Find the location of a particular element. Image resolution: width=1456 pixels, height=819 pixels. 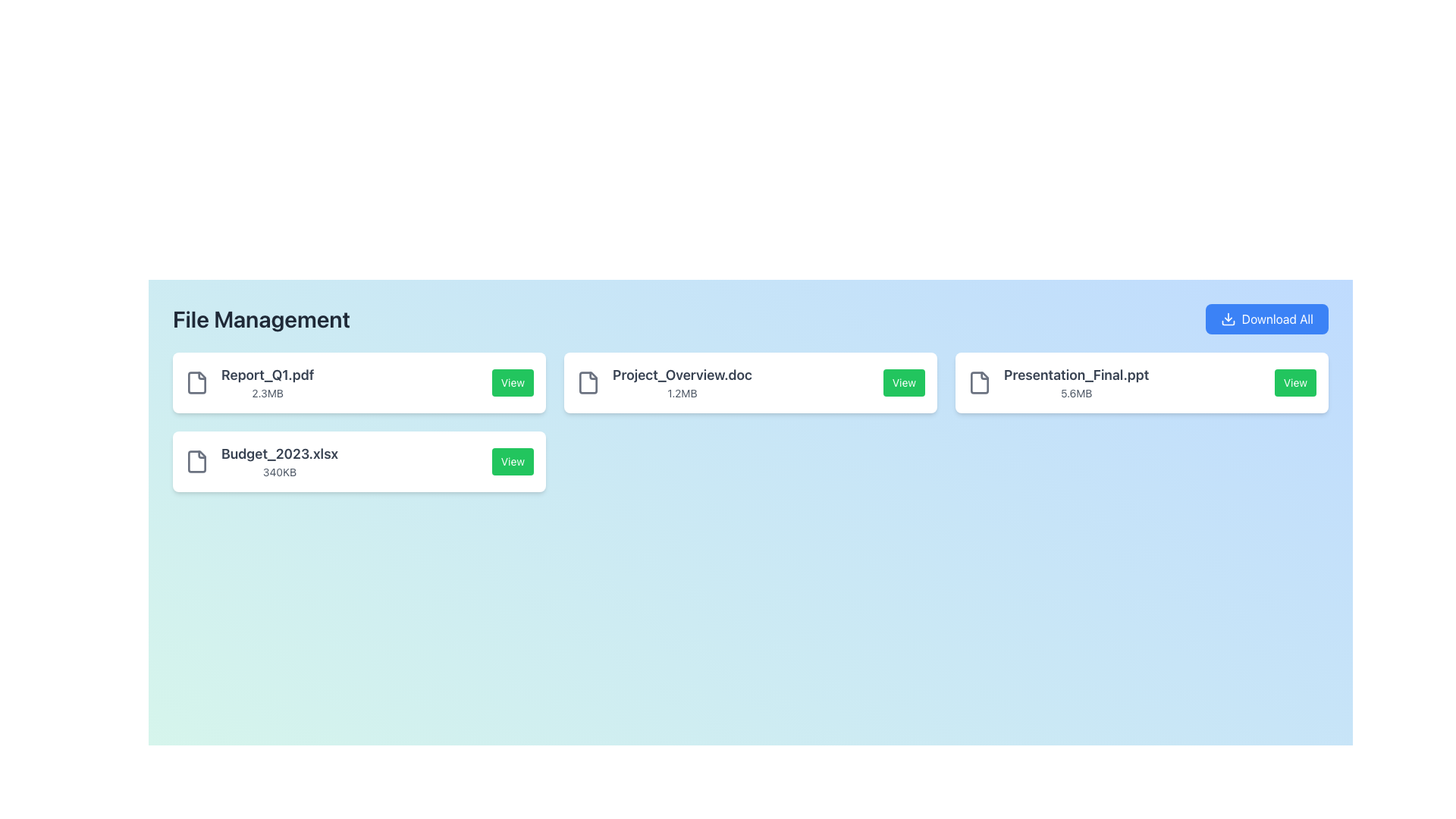

the Text Display with Icon that shows the document file 'Report_Q1.pdf' and its size '2.3MB', located in the upper-left corner of the file display section is located at coordinates (249, 382).